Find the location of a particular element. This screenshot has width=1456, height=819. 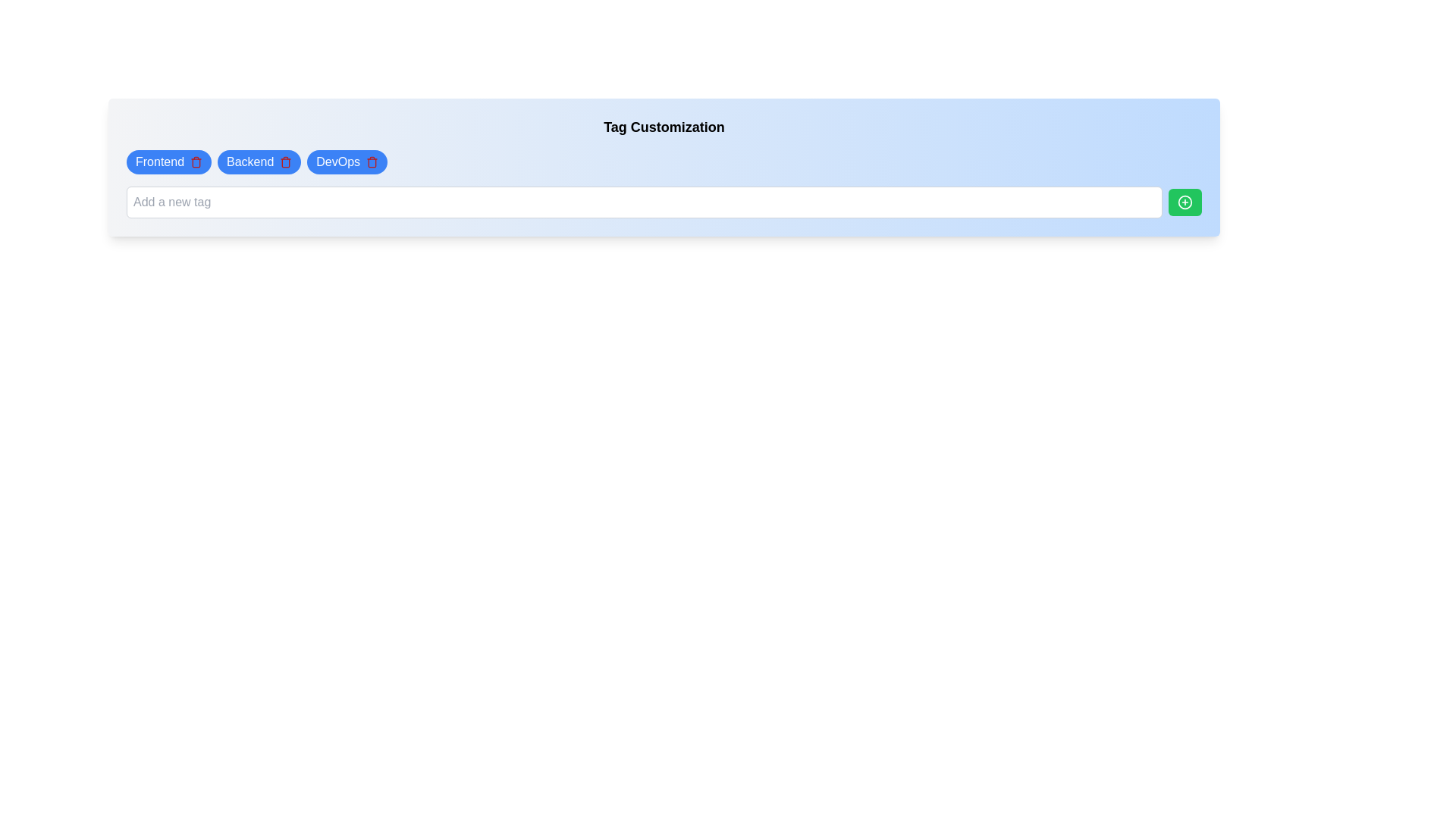

the green button with rounded corners and a white plus sign icon in its center to initiate its function is located at coordinates (1185, 201).